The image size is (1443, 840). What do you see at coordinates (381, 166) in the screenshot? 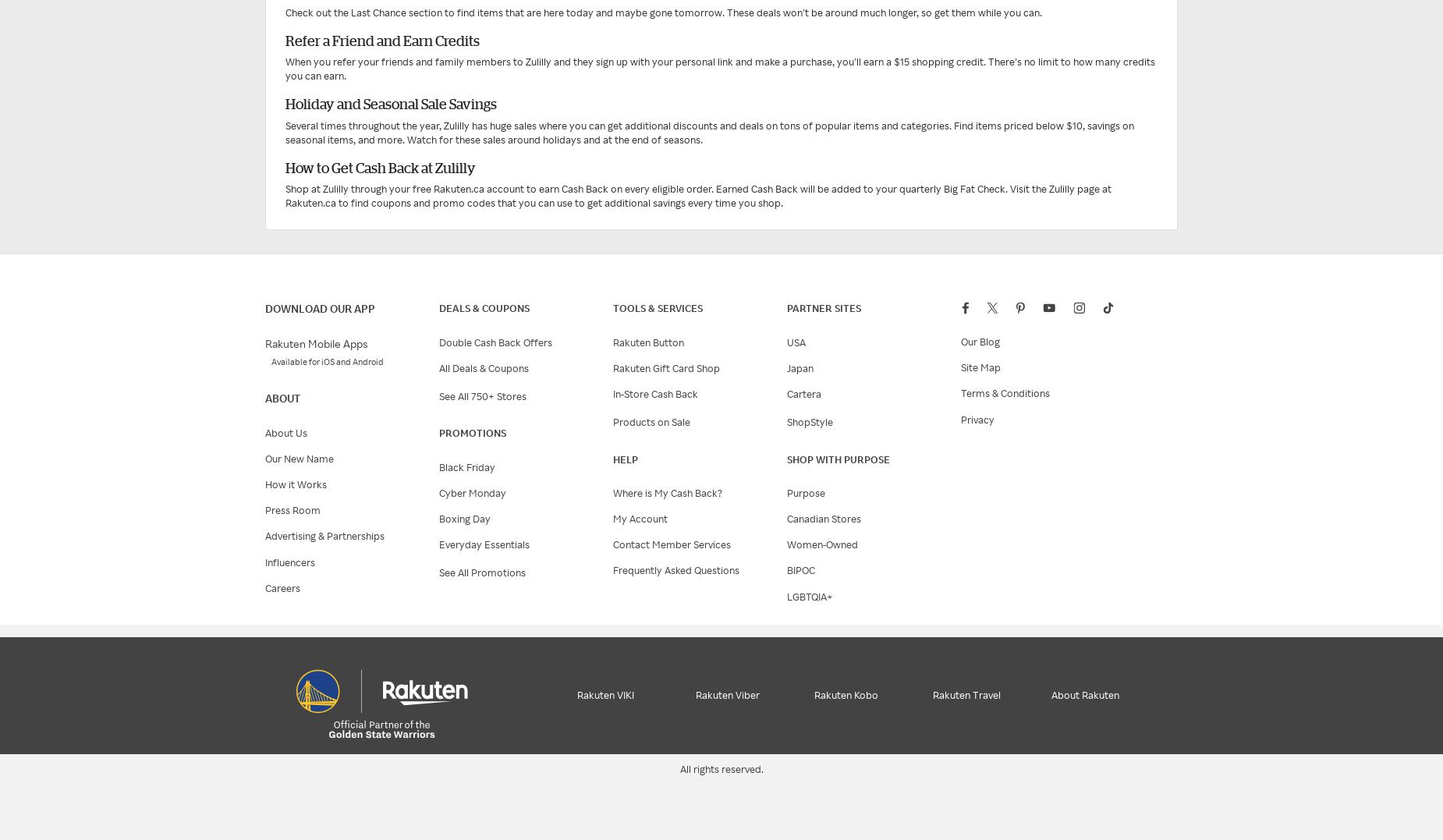
I see `'How to Get Cash Back at Zulilly'` at bounding box center [381, 166].